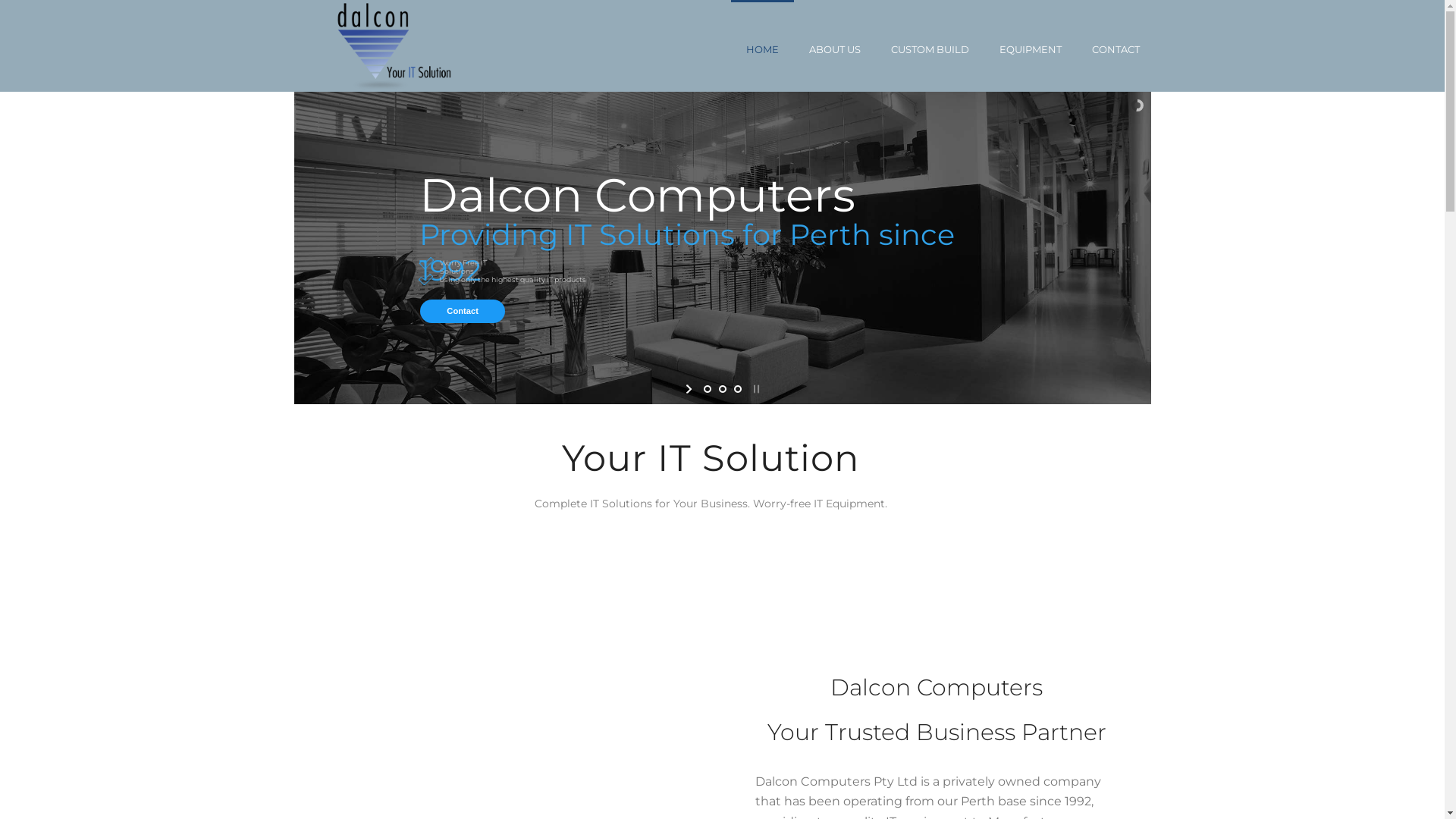 The image size is (1456, 819). What do you see at coordinates (833, 45) in the screenshot?
I see `'ABOUT US'` at bounding box center [833, 45].